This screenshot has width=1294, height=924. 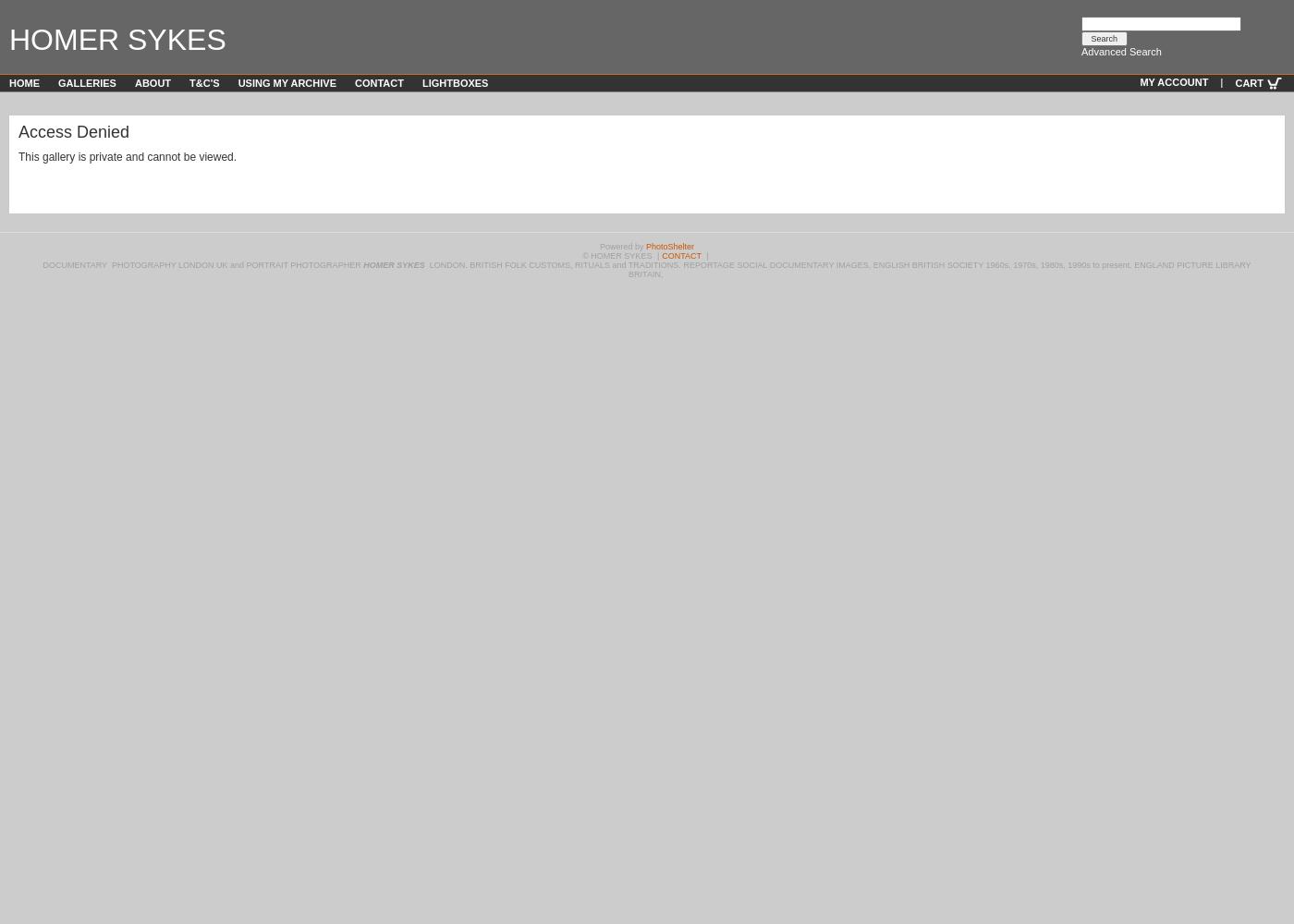 What do you see at coordinates (621, 247) in the screenshot?
I see `'Powered by'` at bounding box center [621, 247].